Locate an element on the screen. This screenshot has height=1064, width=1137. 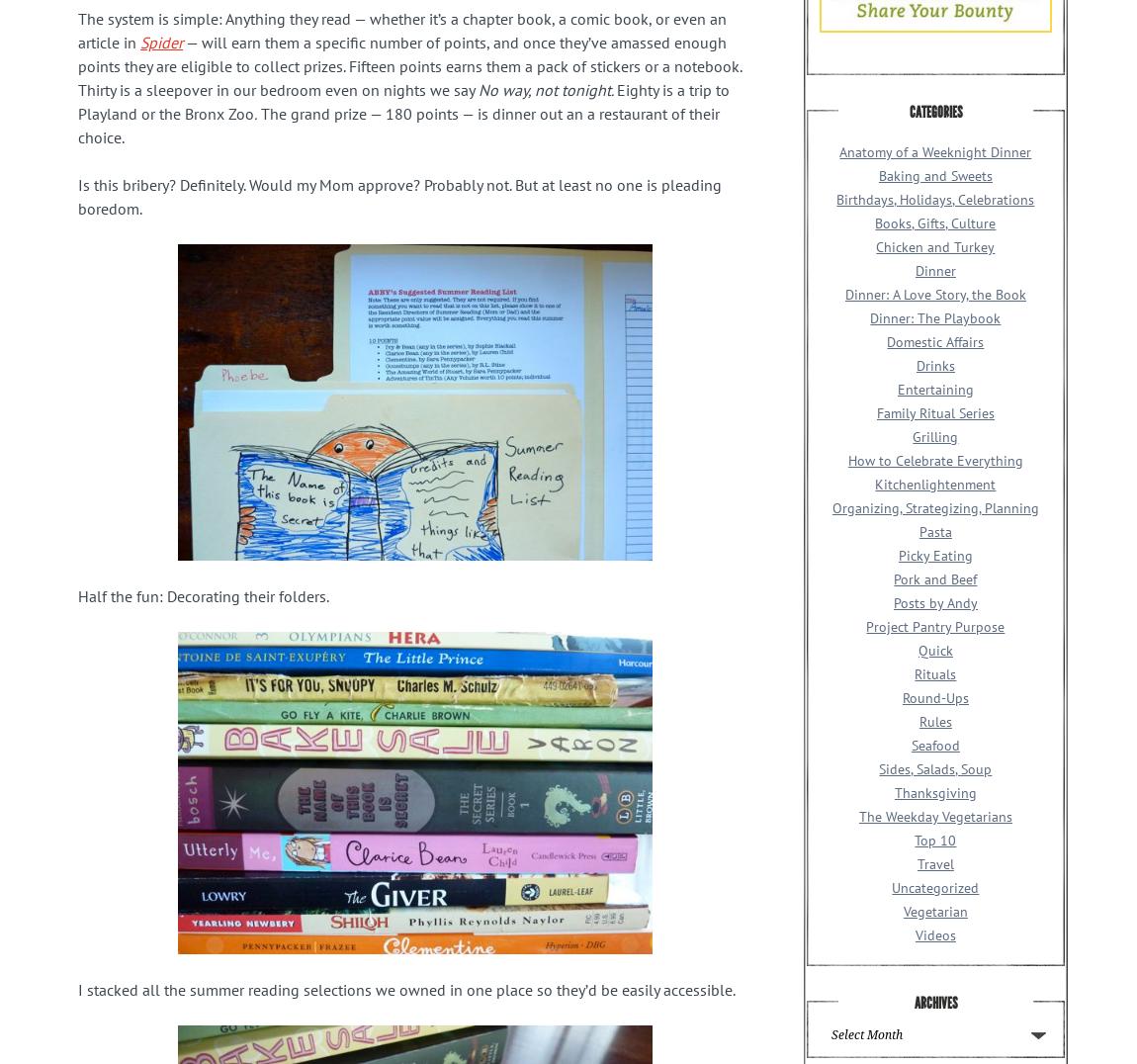
'Dinner' is located at coordinates (934, 269).